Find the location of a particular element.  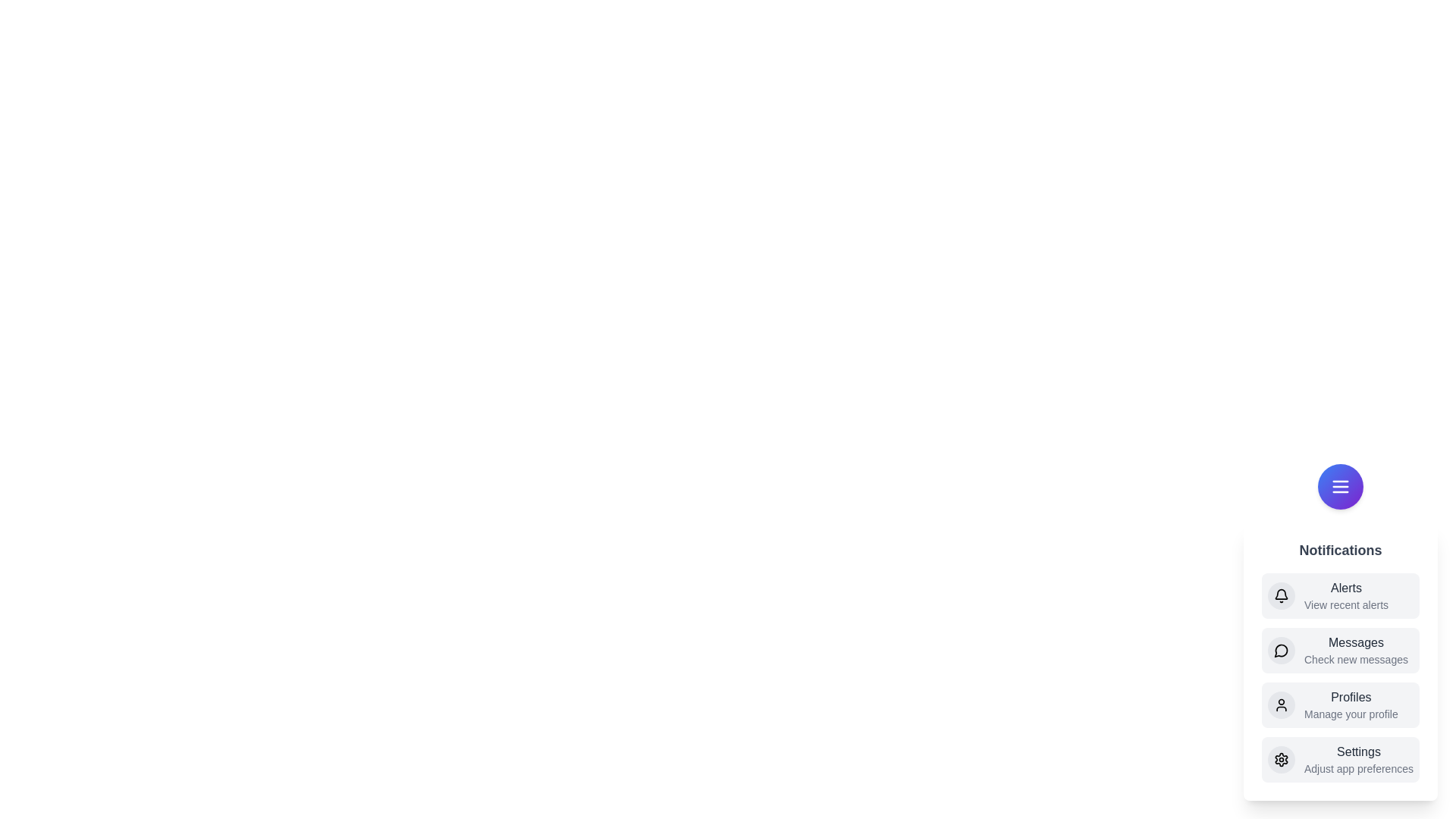

the floating action button to toggle the visibility of the speed dial menu is located at coordinates (1340, 486).